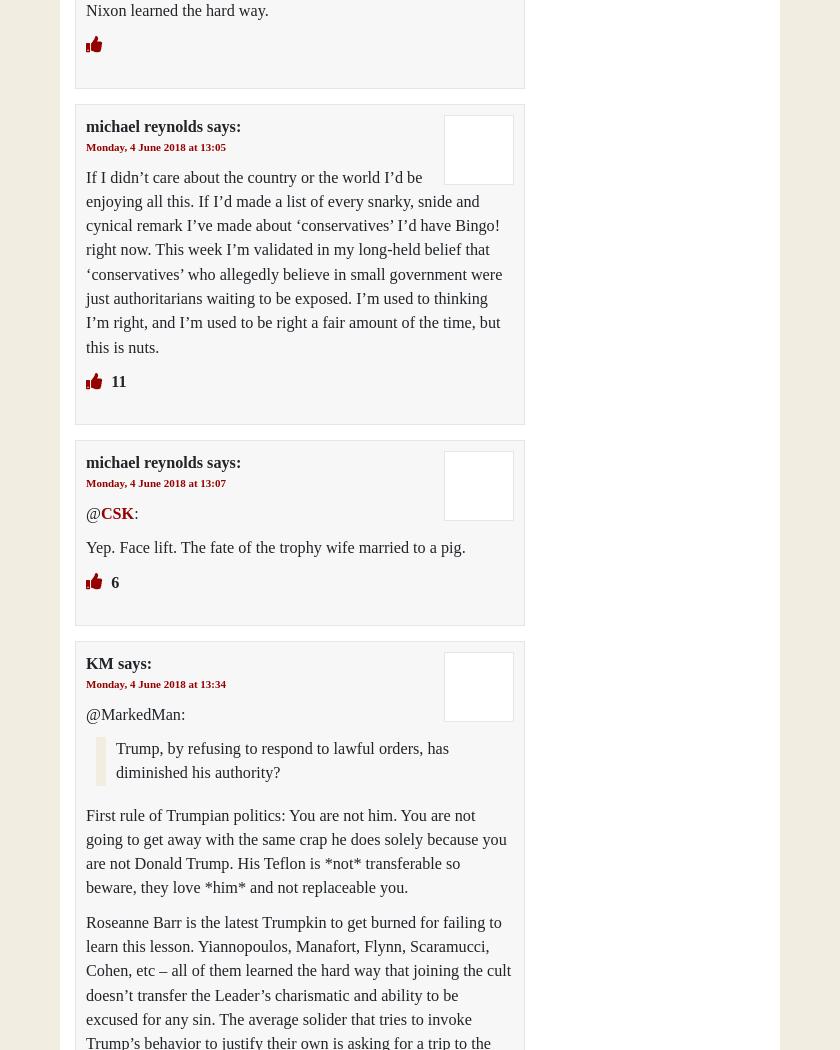 Image resolution: width=840 pixels, height=1050 pixels. Describe the element at coordinates (110, 381) in the screenshot. I see `'11'` at that location.